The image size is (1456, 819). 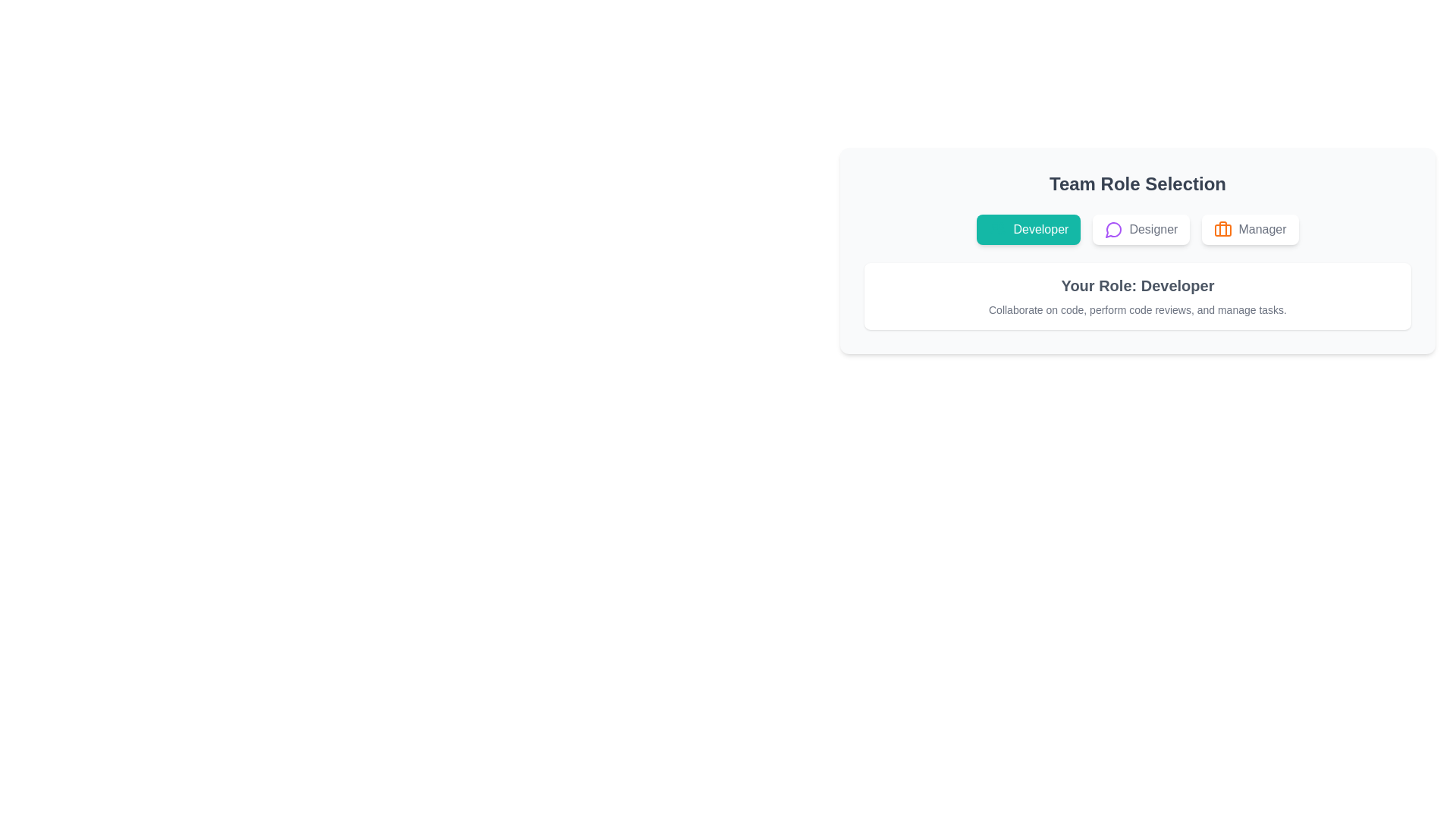 What do you see at coordinates (1250, 230) in the screenshot?
I see `the 'Manager' role selection button located in the upper right section of the role-selection buttons group` at bounding box center [1250, 230].